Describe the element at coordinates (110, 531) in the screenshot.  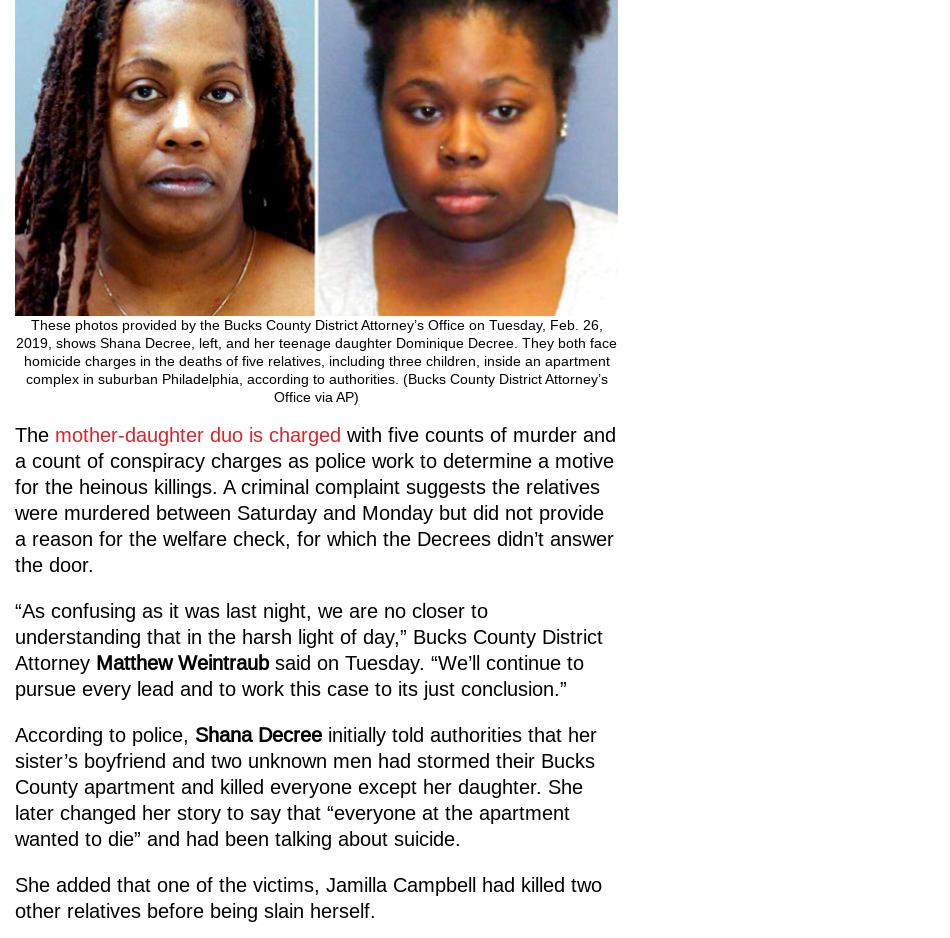
I see `'info@atlantablackstar.com'` at that location.